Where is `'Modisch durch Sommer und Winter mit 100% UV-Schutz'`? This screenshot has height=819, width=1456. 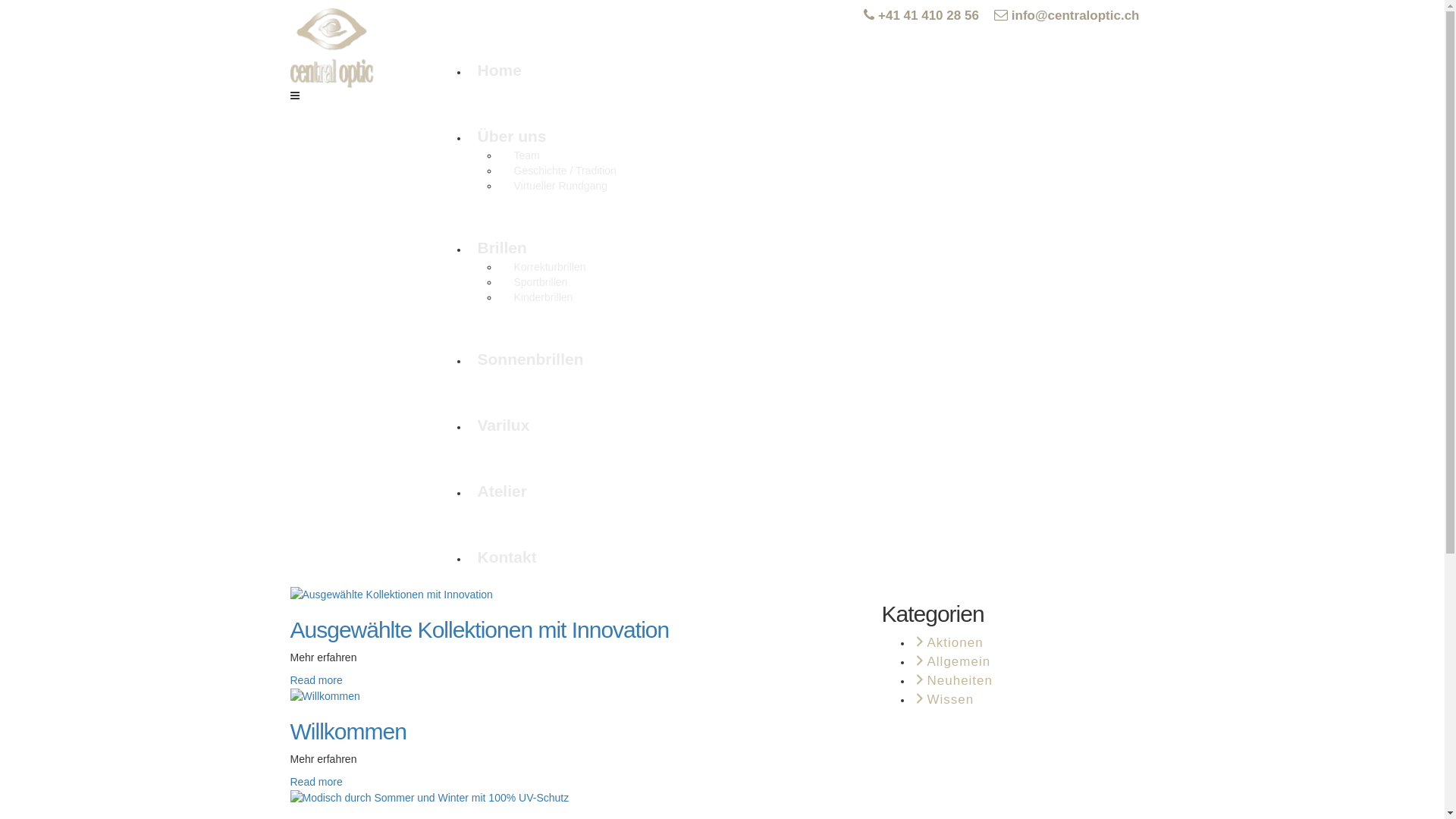
'Modisch durch Sommer und Winter mit 100% UV-Schutz' is located at coordinates (428, 795).